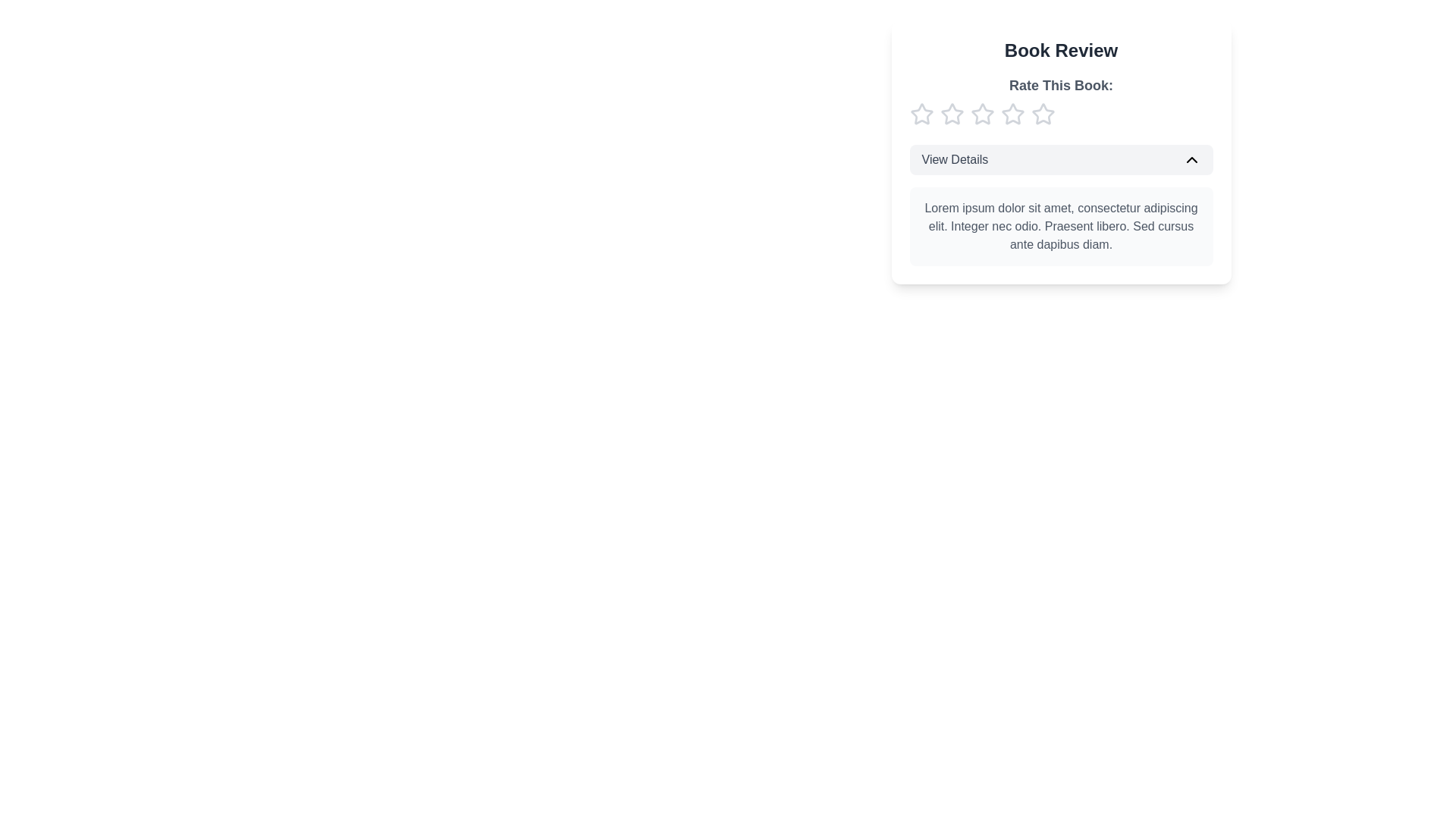  I want to click on the third star in the interactive star rating icon, which is located below the 'Rate This Book' title, so click(982, 113).